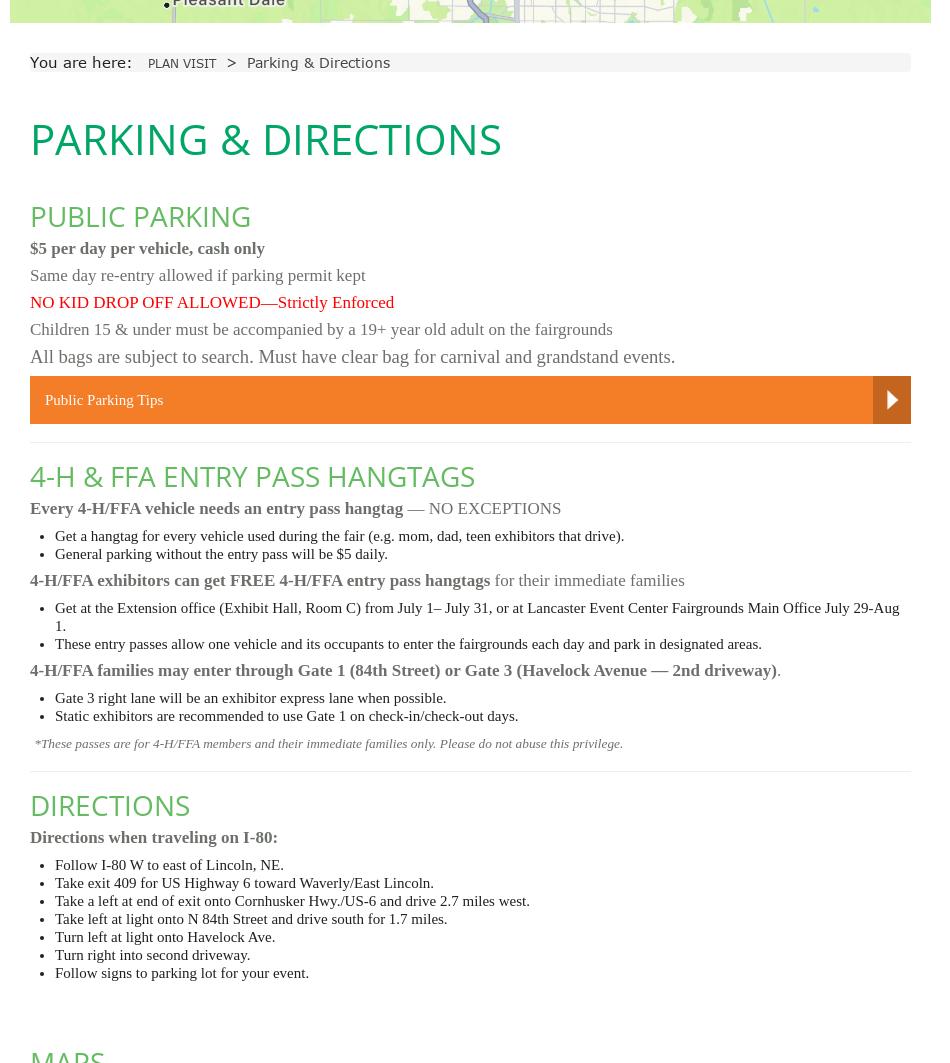 Image resolution: width=950 pixels, height=1063 pixels. What do you see at coordinates (147, 248) in the screenshot?
I see `'$5 per day per vehicle, cash only'` at bounding box center [147, 248].